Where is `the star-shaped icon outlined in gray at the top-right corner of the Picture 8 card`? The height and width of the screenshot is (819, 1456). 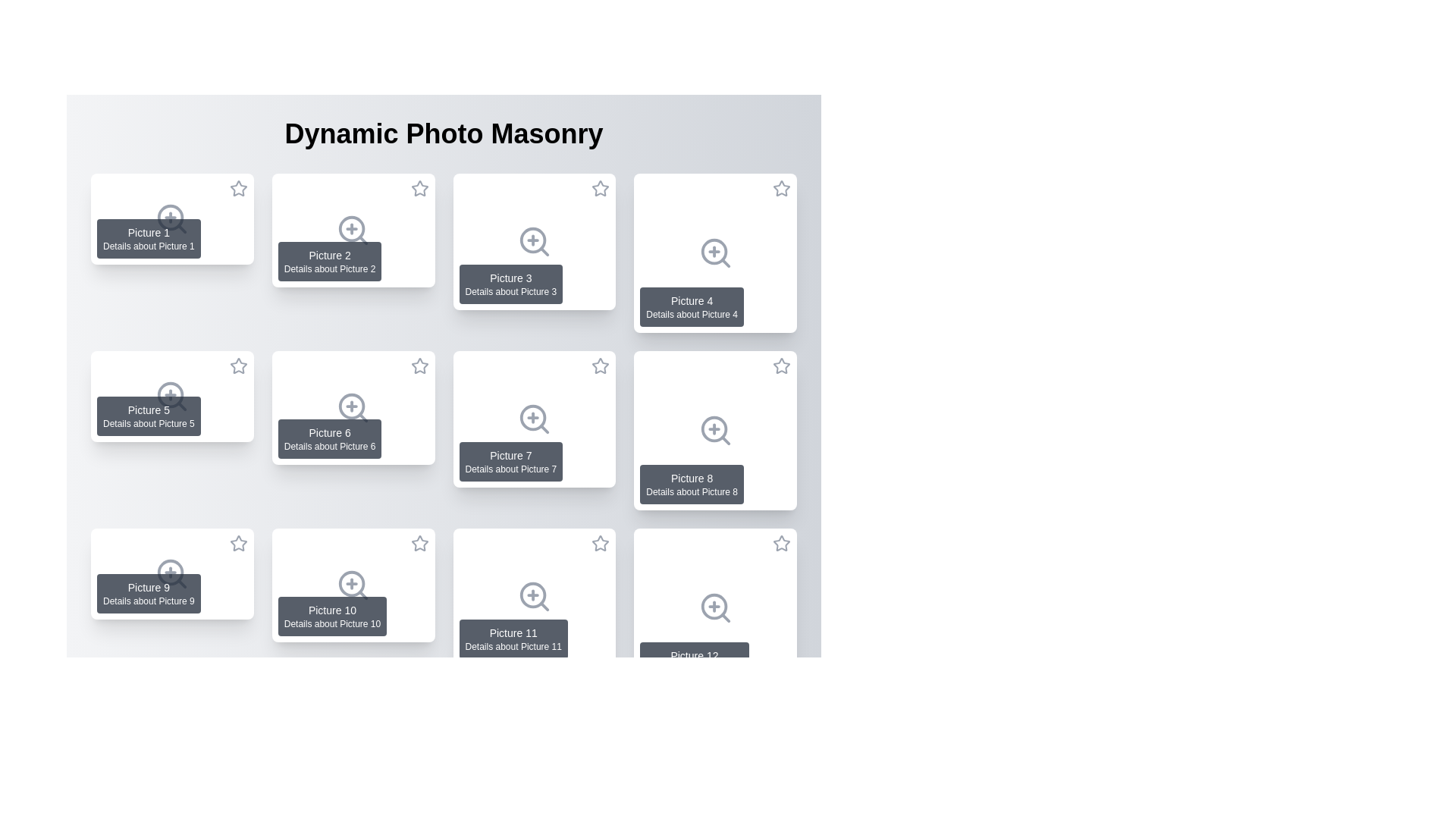
the star-shaped icon outlined in gray at the top-right corner of the Picture 8 card is located at coordinates (781, 366).